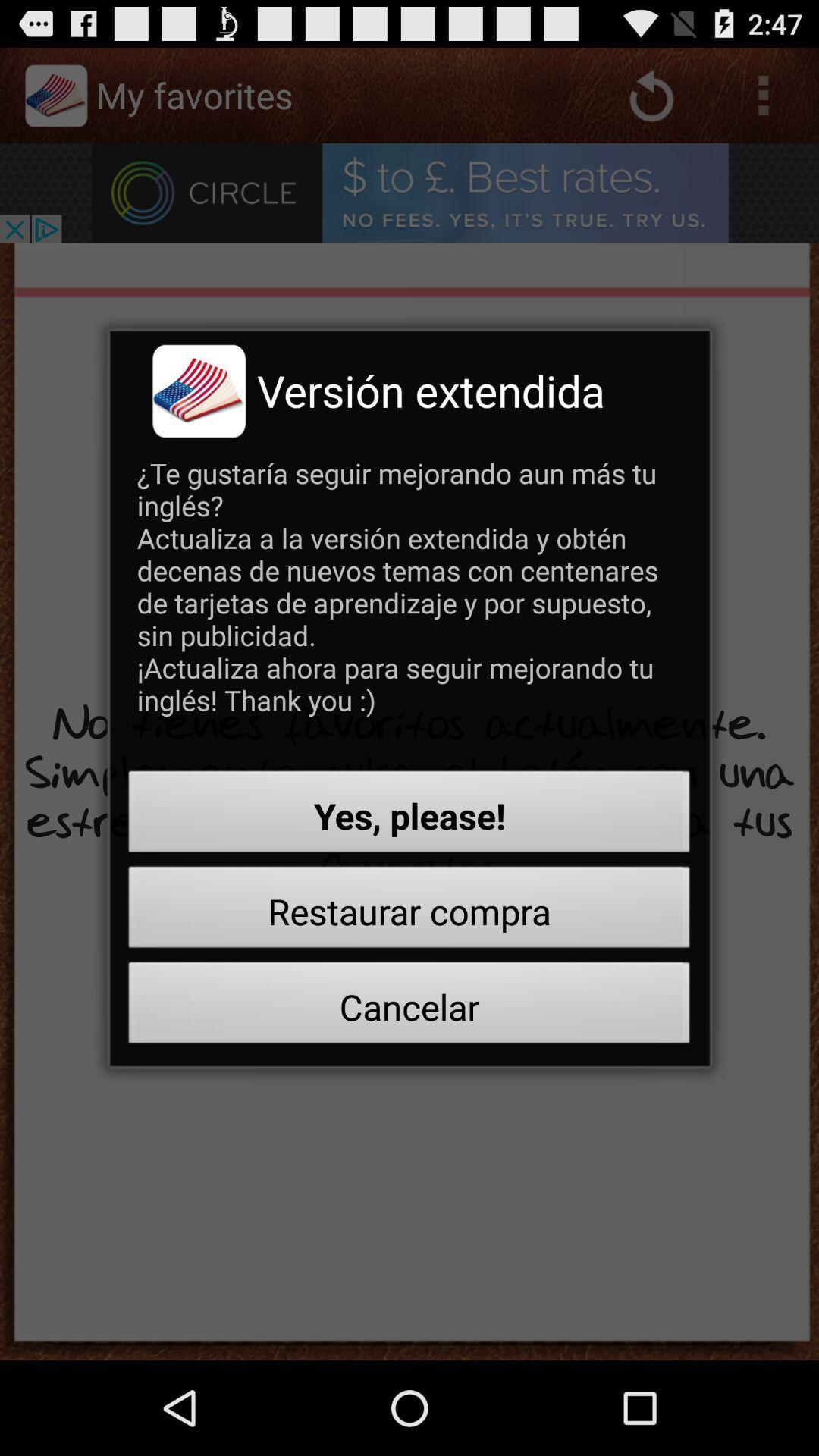 The height and width of the screenshot is (1456, 819). I want to click on cancelar icon, so click(409, 1007).